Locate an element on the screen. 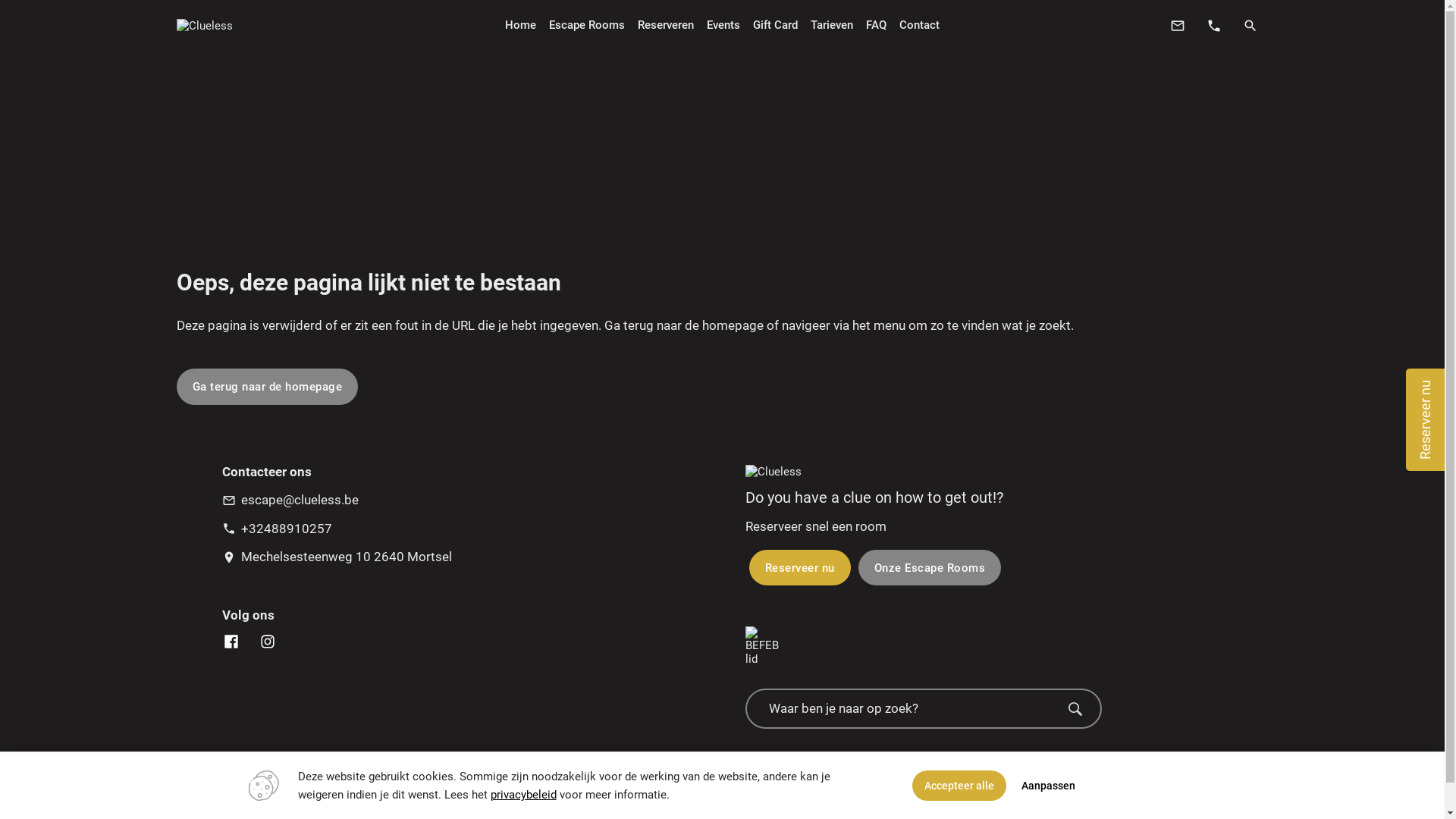 Image resolution: width=1456 pixels, height=819 pixels. 'phone is located at coordinates (276, 531).